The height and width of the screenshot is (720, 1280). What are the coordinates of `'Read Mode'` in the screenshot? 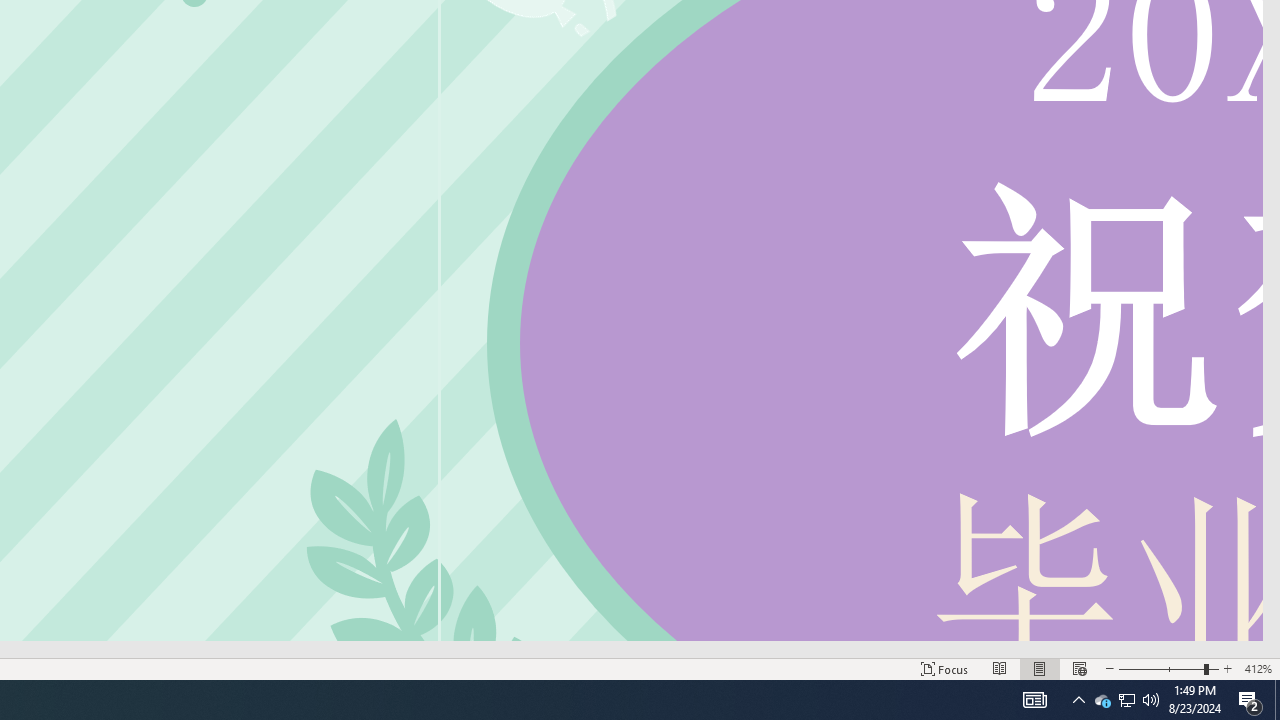 It's located at (1000, 669).